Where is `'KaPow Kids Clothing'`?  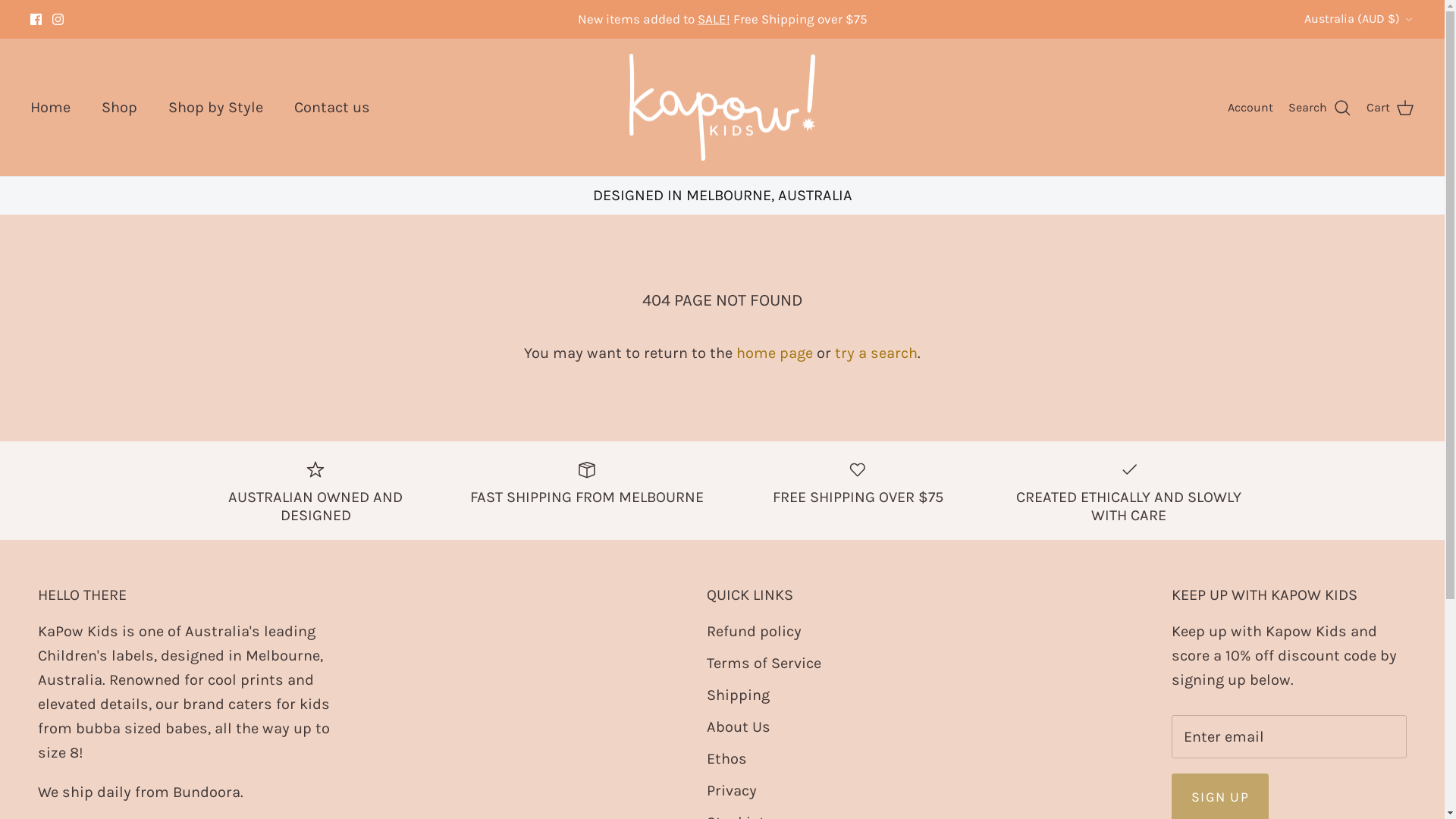
'KaPow Kids Clothing' is located at coordinates (629, 107).